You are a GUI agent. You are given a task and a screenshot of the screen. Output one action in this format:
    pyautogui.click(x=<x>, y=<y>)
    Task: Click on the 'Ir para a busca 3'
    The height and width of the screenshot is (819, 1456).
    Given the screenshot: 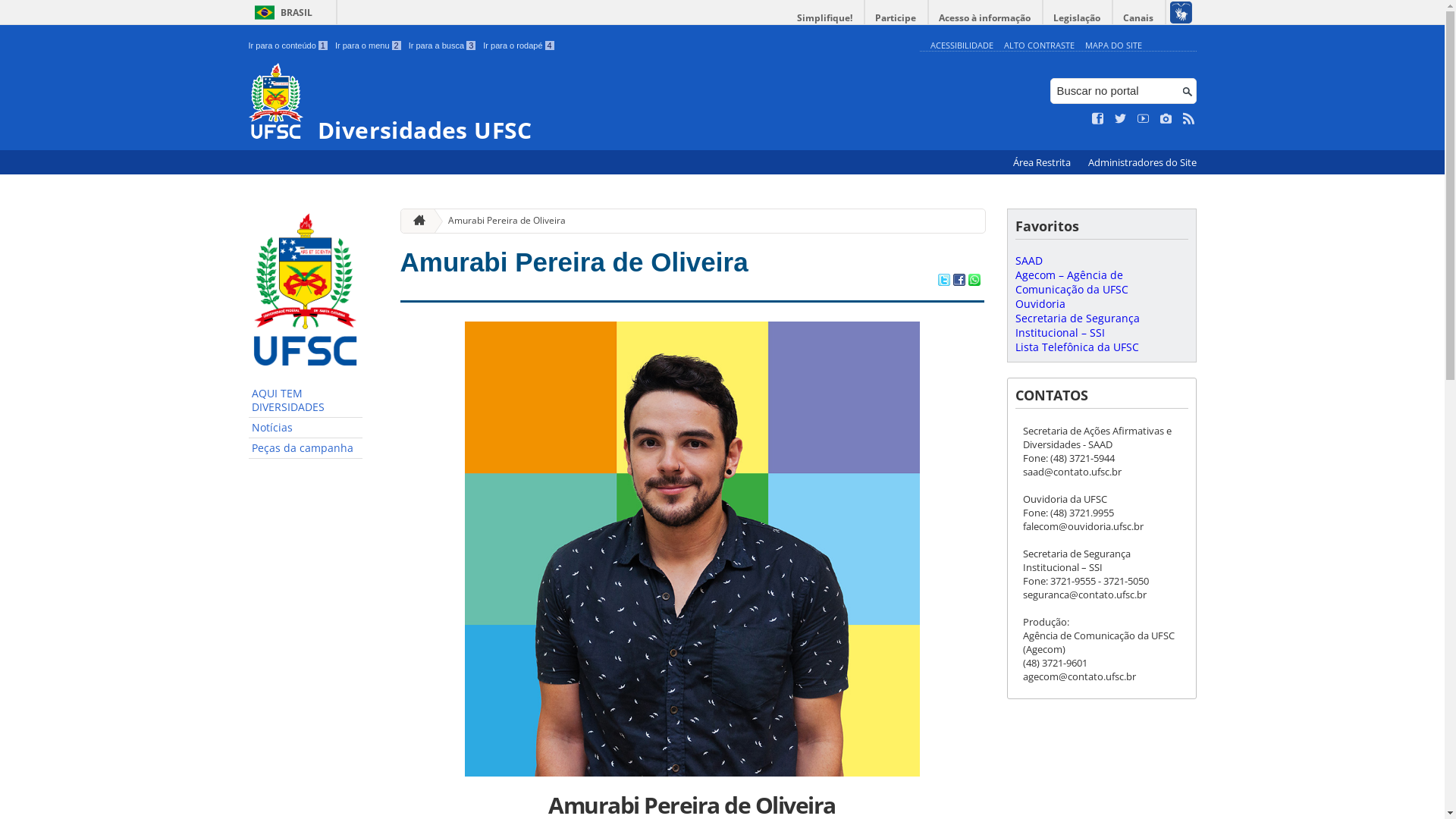 What is the action you would take?
    pyautogui.click(x=441, y=45)
    